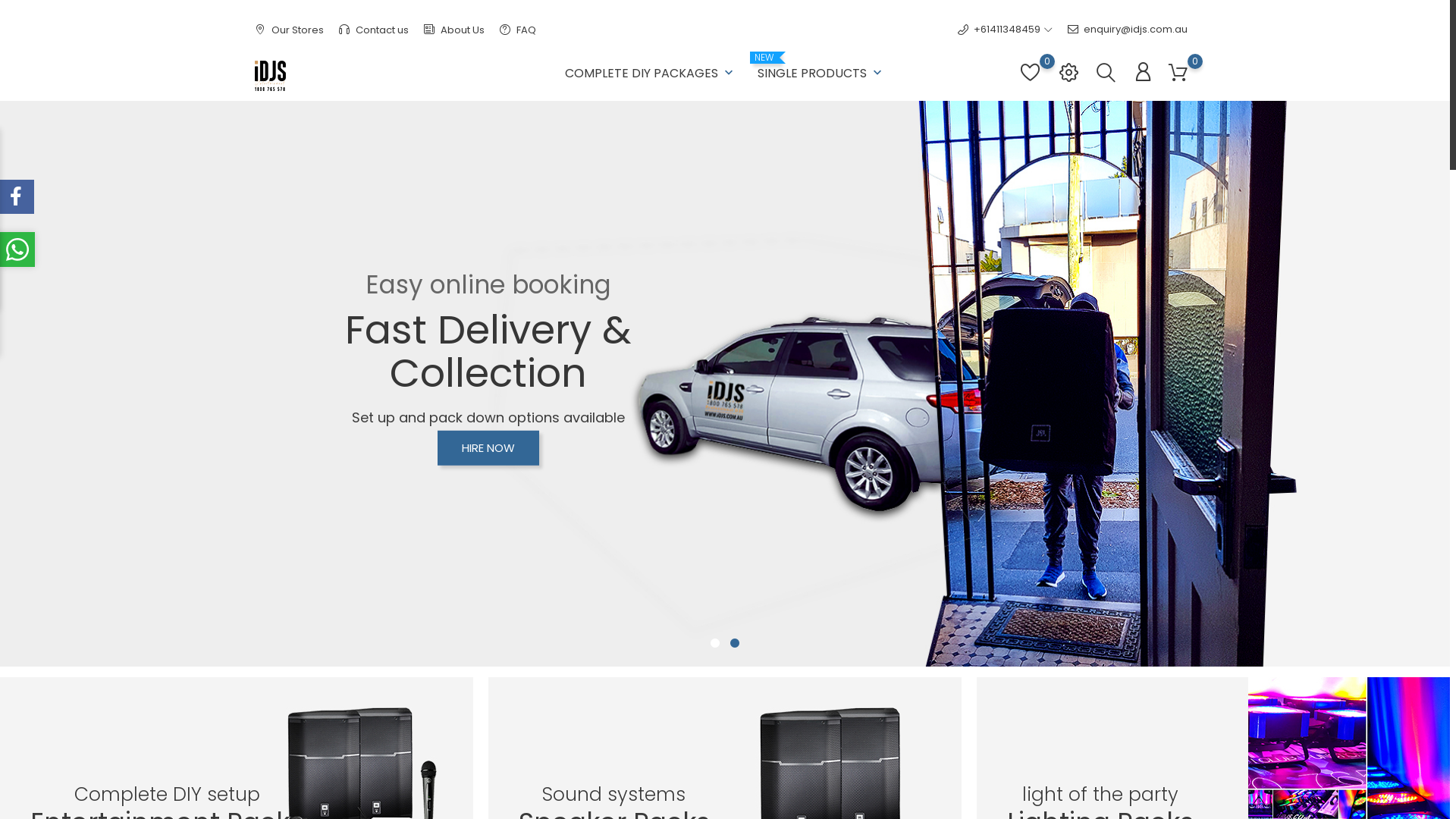 The image size is (1456, 819). Describe the element at coordinates (517, 30) in the screenshot. I see `'FAQ'` at that location.